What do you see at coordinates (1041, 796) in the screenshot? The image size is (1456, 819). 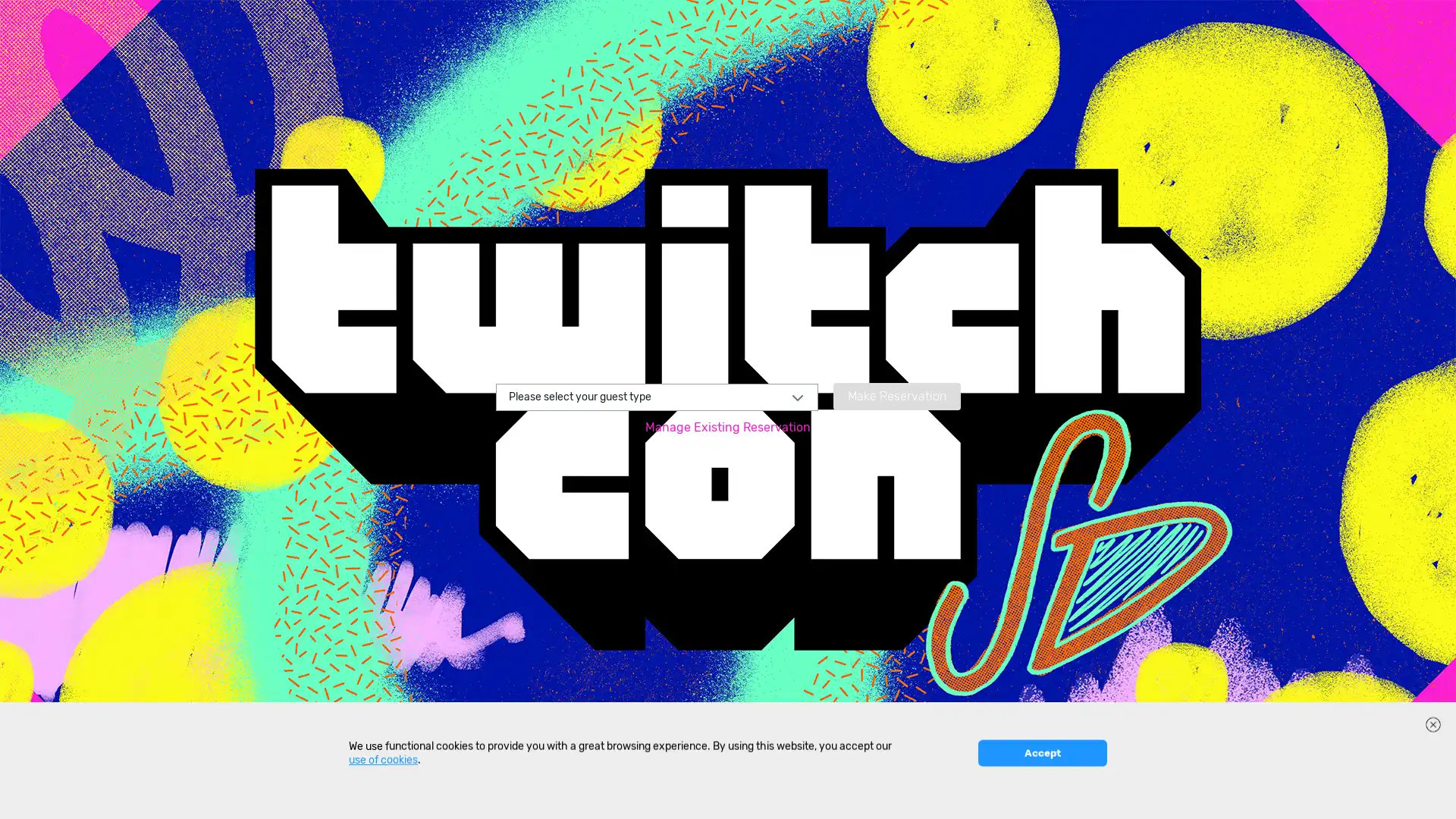 I see `Accept` at bounding box center [1041, 796].